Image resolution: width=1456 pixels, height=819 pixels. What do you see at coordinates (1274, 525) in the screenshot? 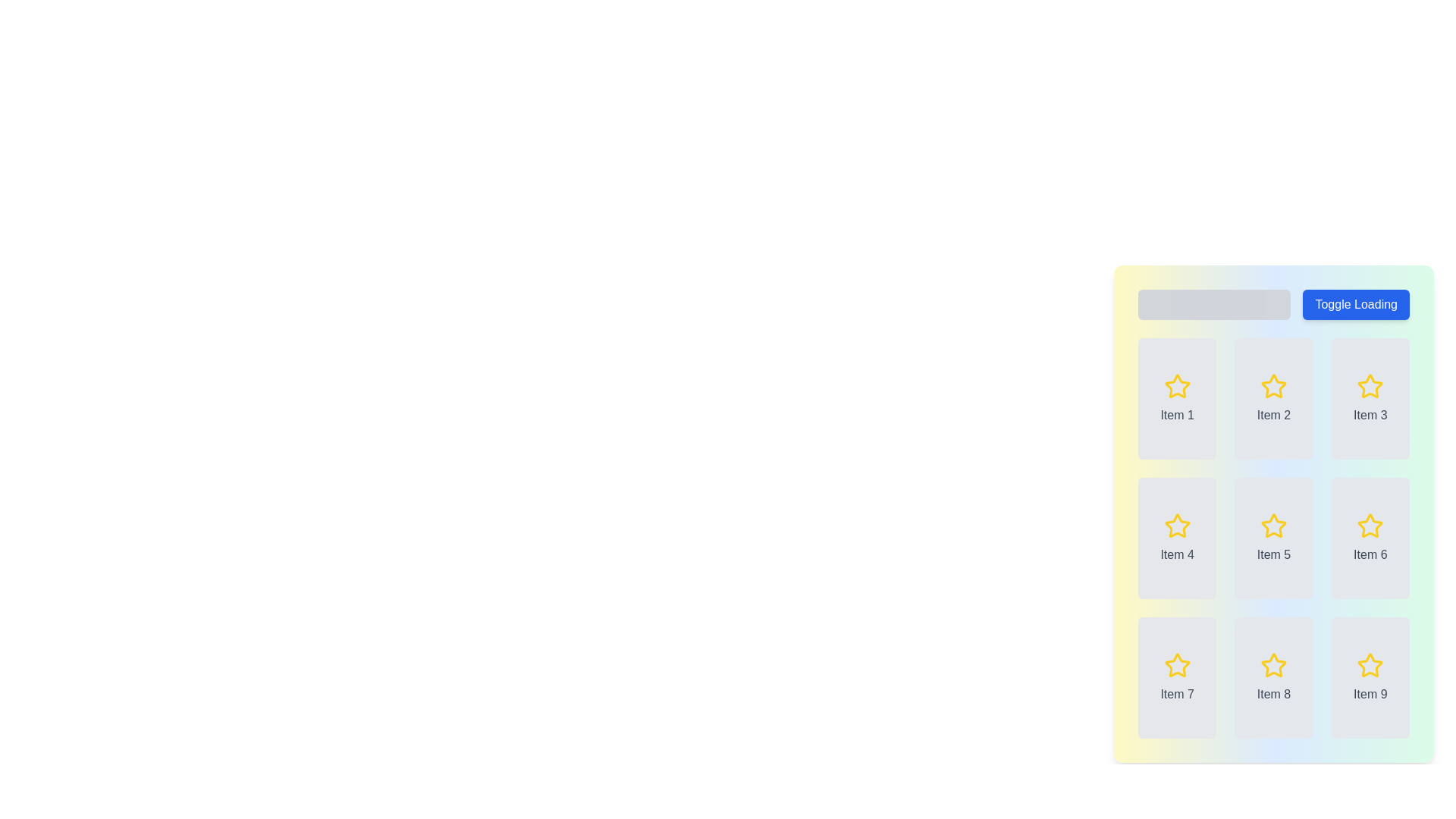
I see `the star-shaped icon located in the fifth cell of a 3x3 grid layout, which serves as a rating or favorite selection indicator` at bounding box center [1274, 525].